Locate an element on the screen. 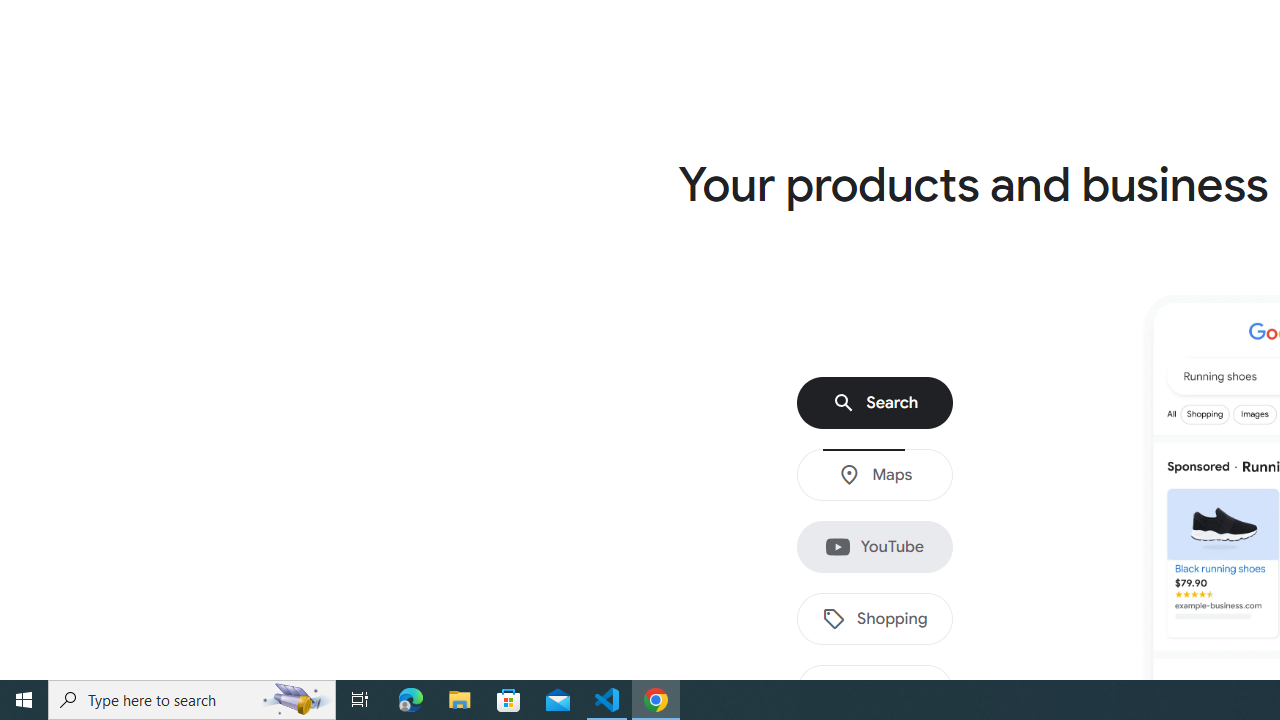 The height and width of the screenshot is (720, 1280). 'Visual Studio Code - 1 running window' is located at coordinates (606, 698).